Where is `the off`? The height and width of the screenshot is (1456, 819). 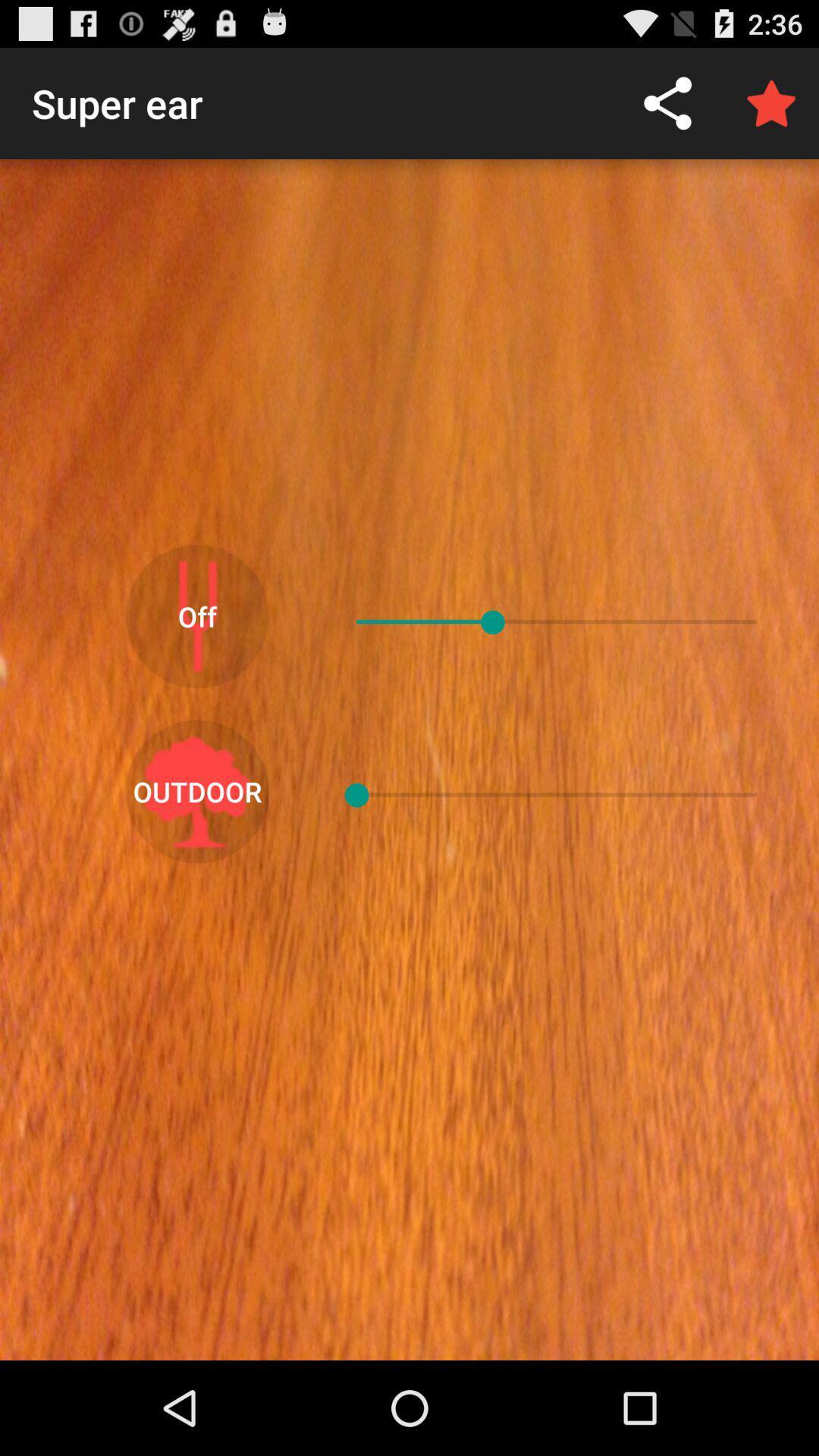 the off is located at coordinates (196, 616).